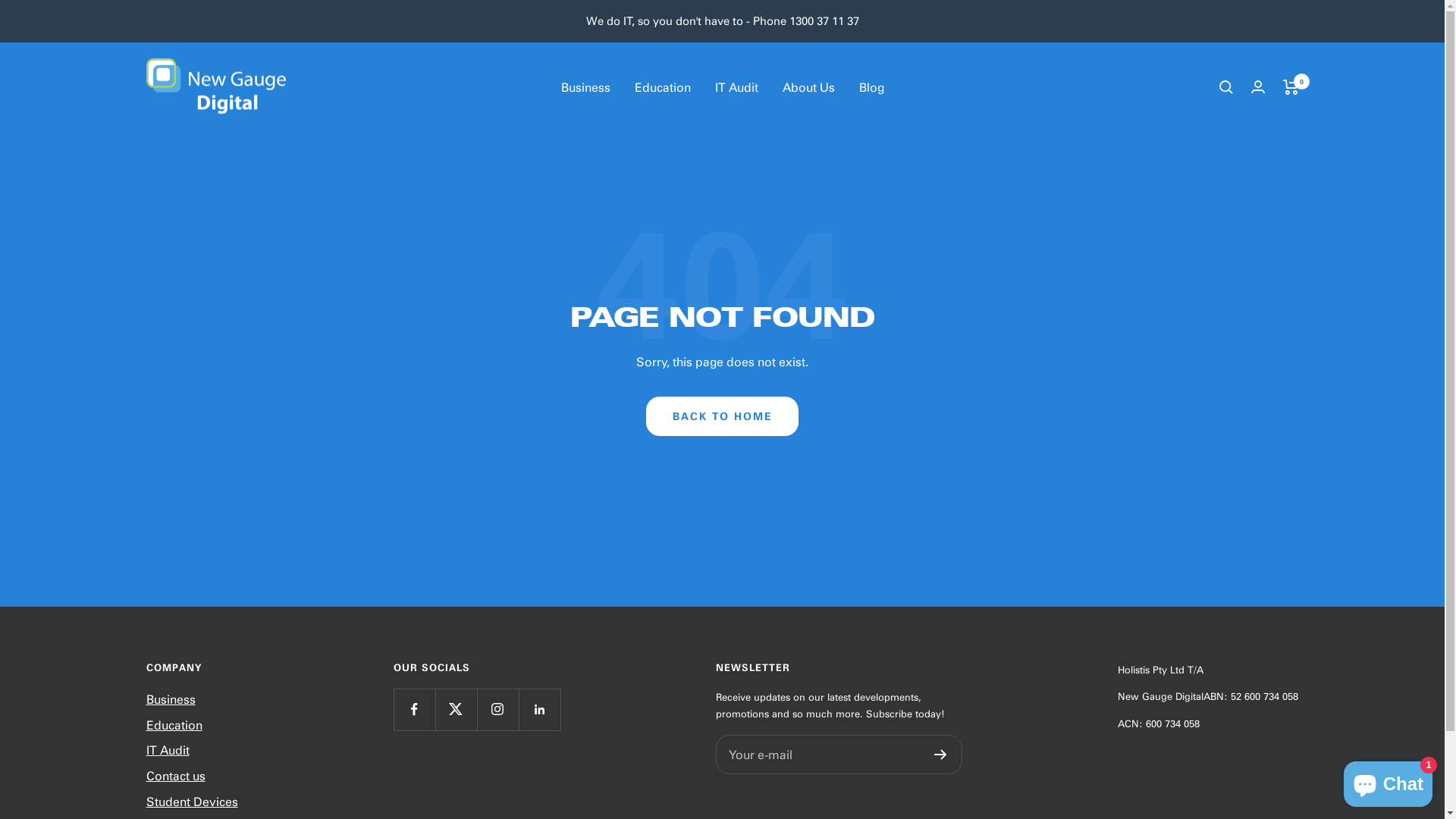 Image resolution: width=1456 pixels, height=819 pixels. I want to click on 'Shopify online store chat', so click(1388, 780).